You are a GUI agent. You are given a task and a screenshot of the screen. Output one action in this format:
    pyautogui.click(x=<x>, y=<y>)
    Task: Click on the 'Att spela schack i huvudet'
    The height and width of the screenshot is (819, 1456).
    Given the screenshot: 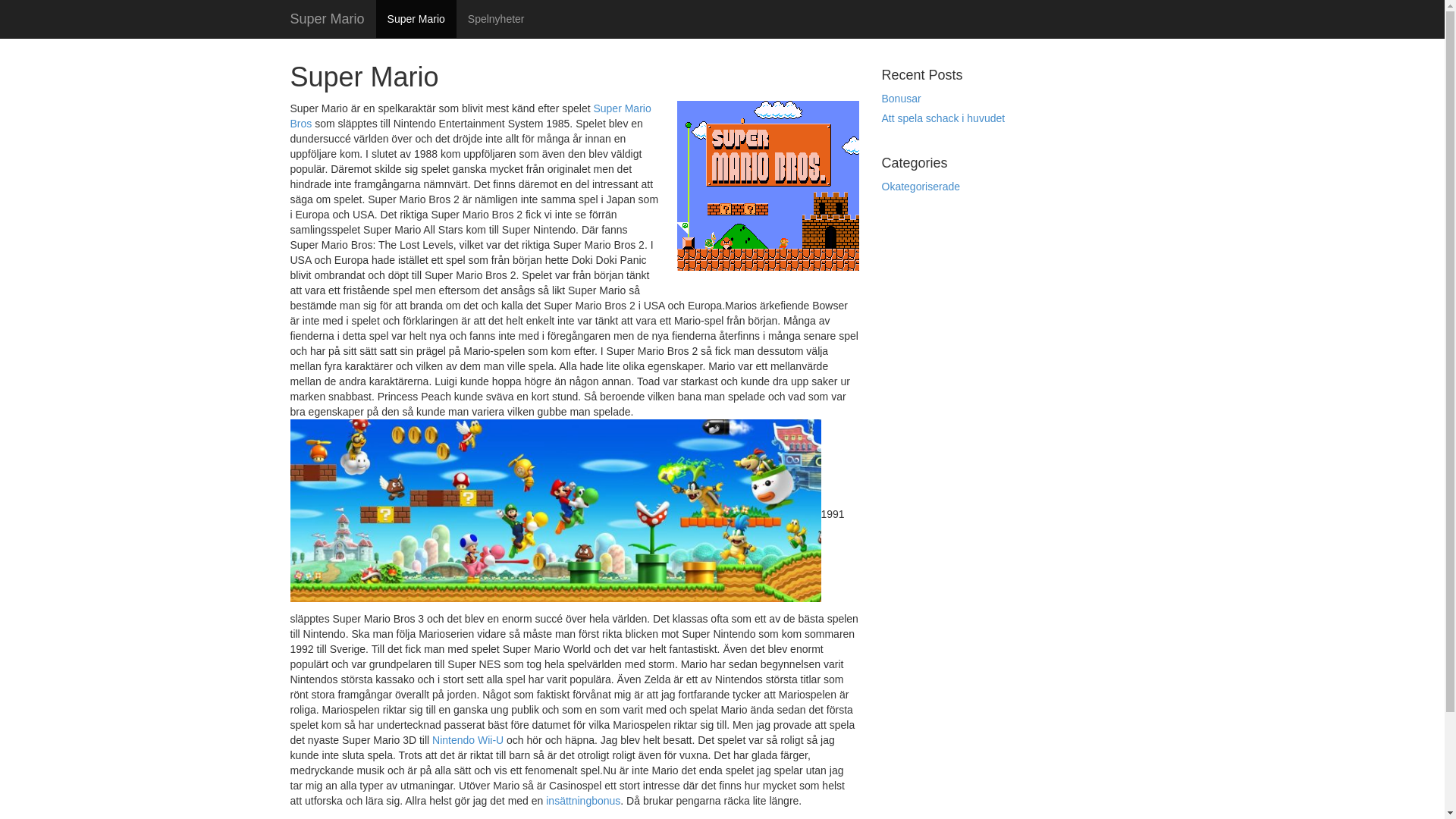 What is the action you would take?
    pyautogui.click(x=942, y=117)
    